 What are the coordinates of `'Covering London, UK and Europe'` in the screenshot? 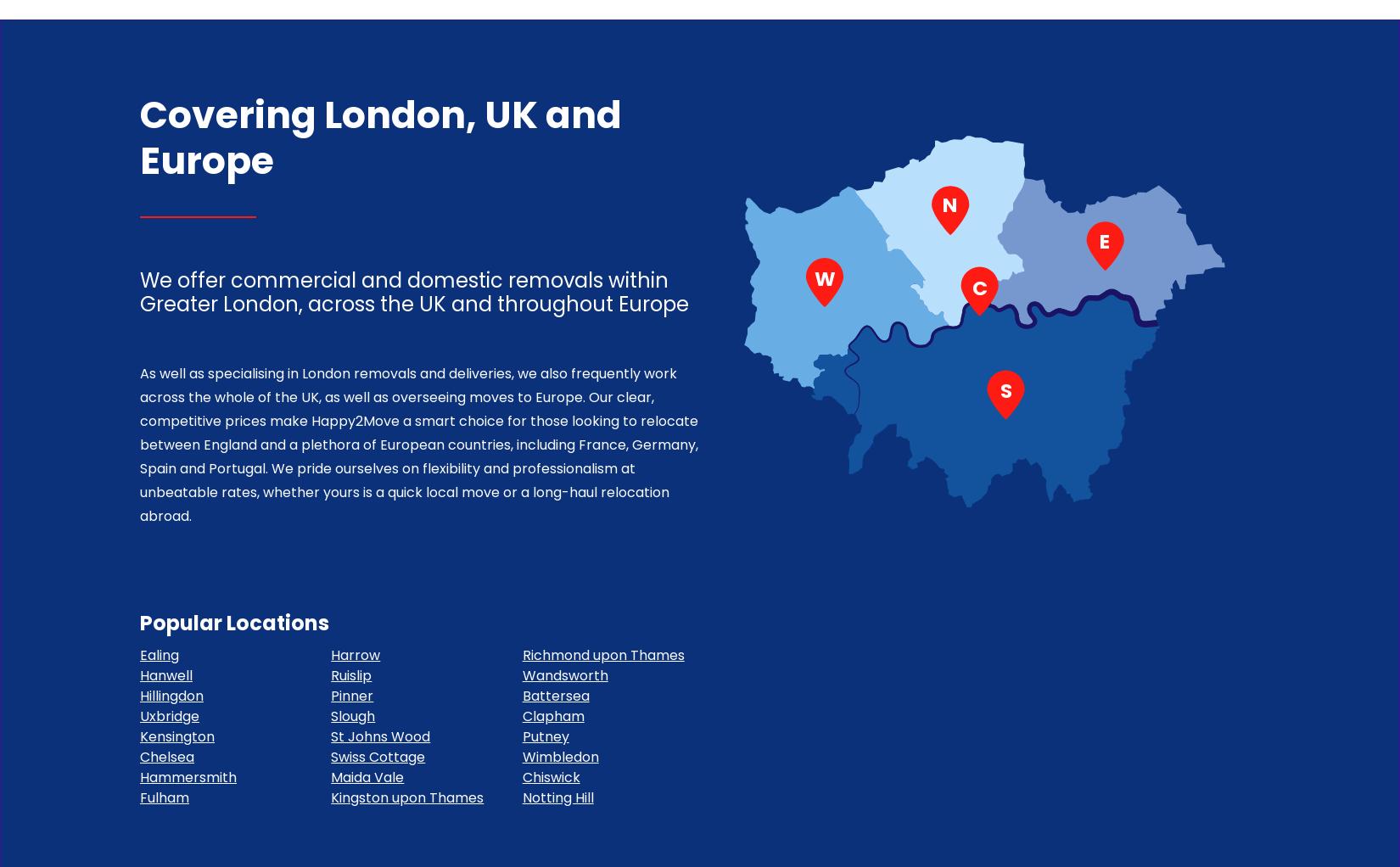 It's located at (379, 136).